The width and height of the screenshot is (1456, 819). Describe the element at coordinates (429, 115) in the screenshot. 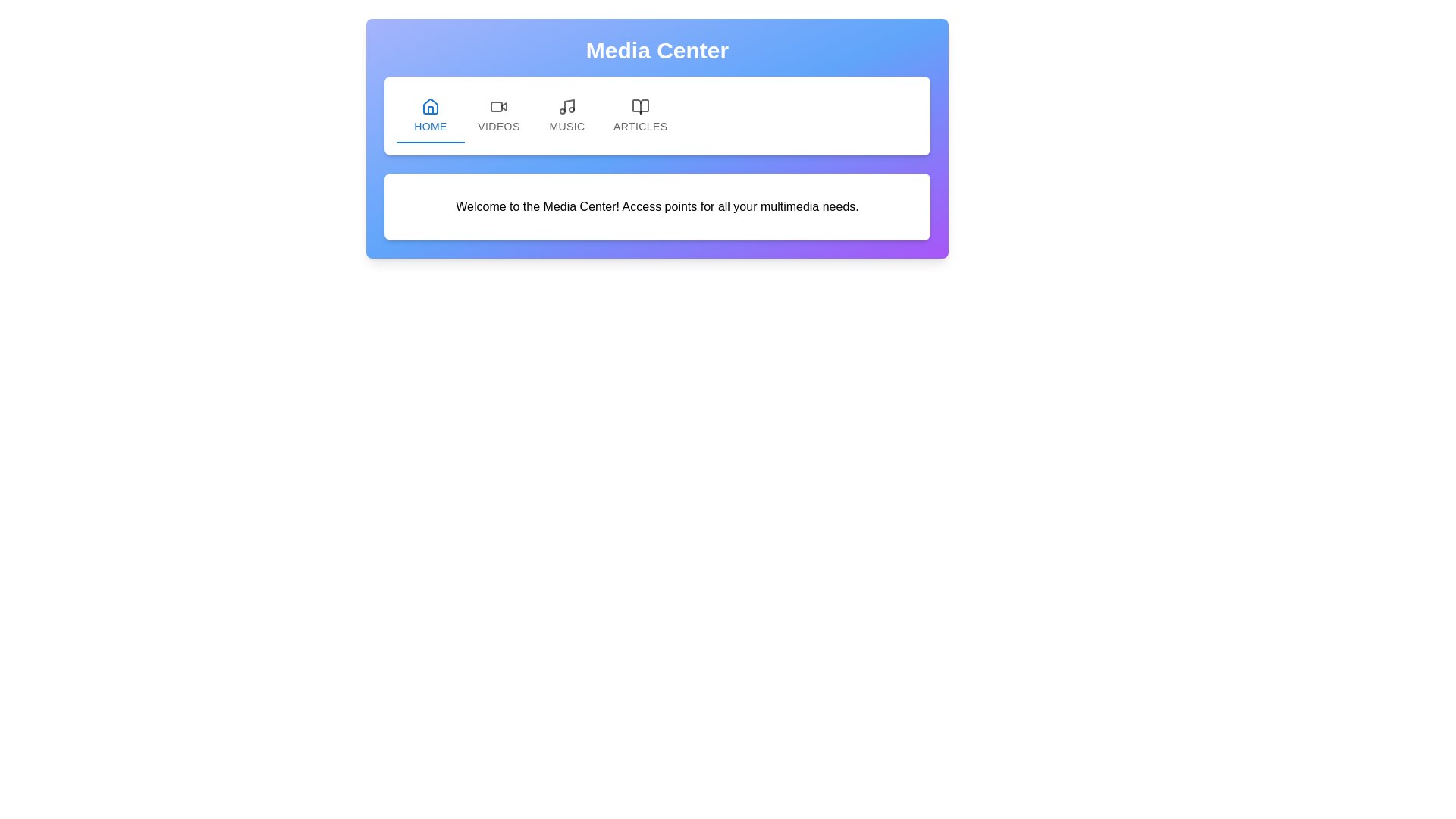

I see `the 'Home' tab button, which features a house icon and is styled with a black text label in uppercase with a blue underline` at that location.